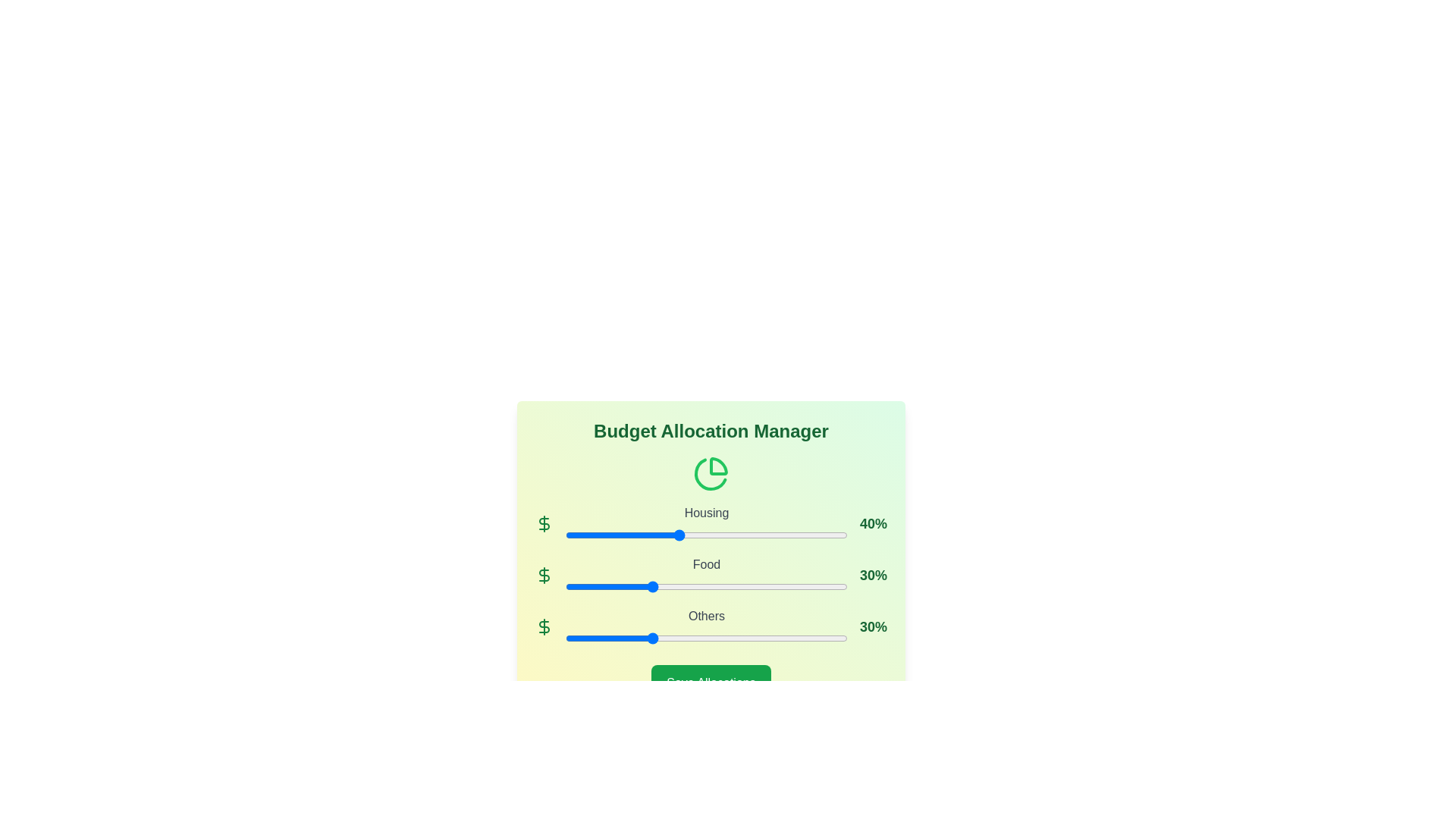 This screenshot has height=819, width=1456. I want to click on 'Save Allocations' button to save the changes, so click(710, 683).